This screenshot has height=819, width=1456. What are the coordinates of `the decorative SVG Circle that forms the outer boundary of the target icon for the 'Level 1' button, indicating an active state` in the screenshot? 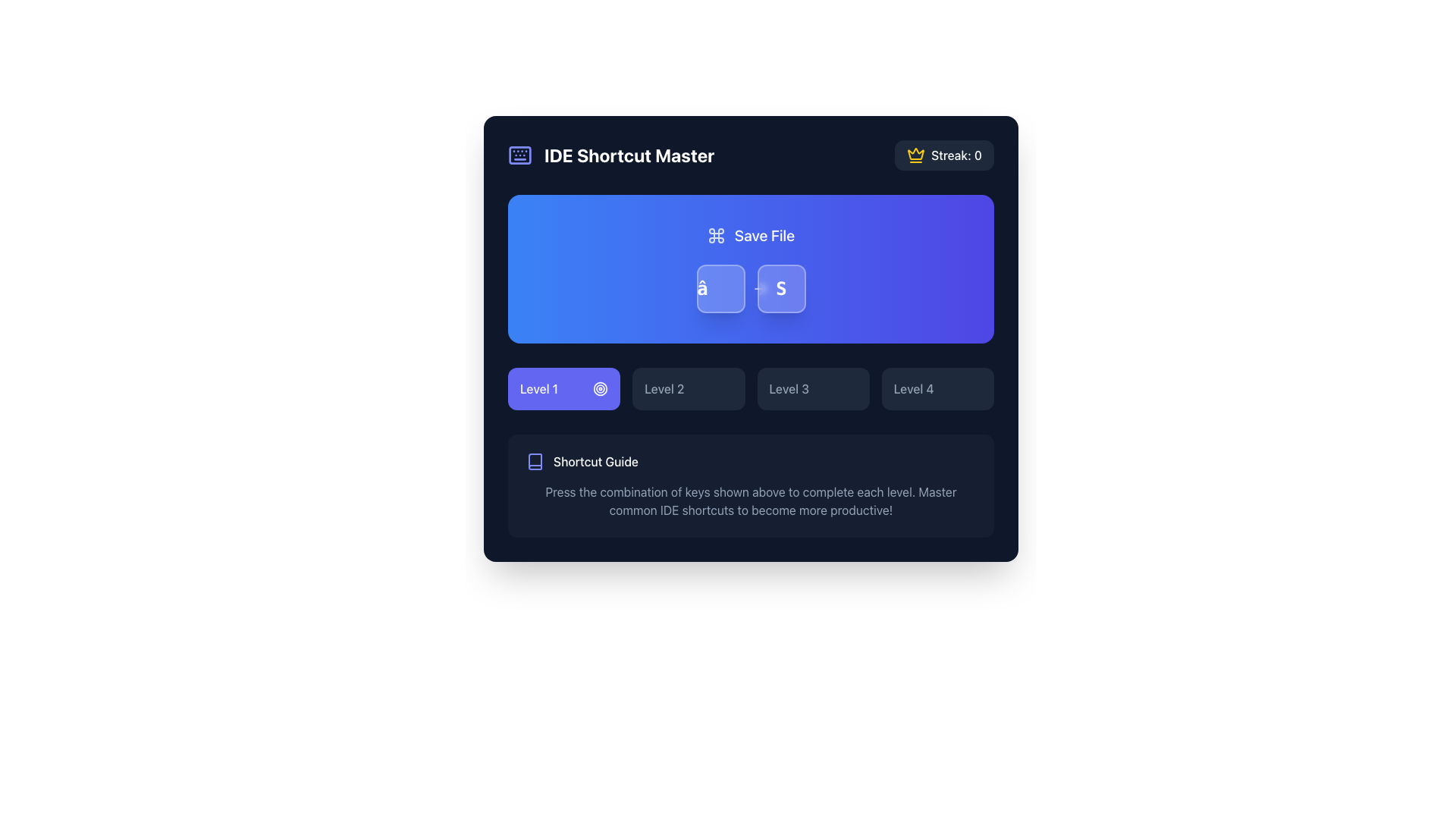 It's located at (600, 388).